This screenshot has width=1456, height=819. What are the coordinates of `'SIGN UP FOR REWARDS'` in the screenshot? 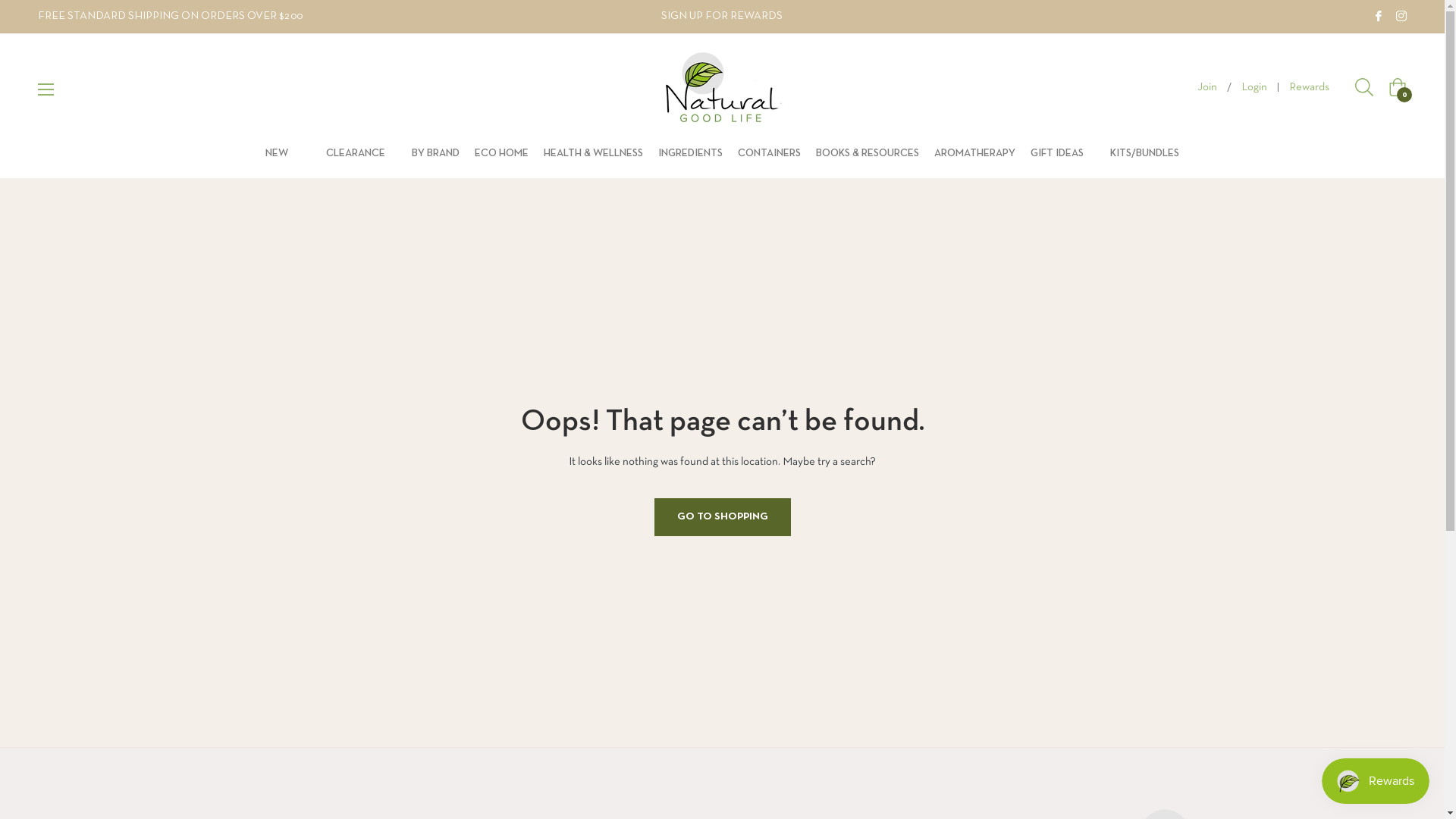 It's located at (720, 15).